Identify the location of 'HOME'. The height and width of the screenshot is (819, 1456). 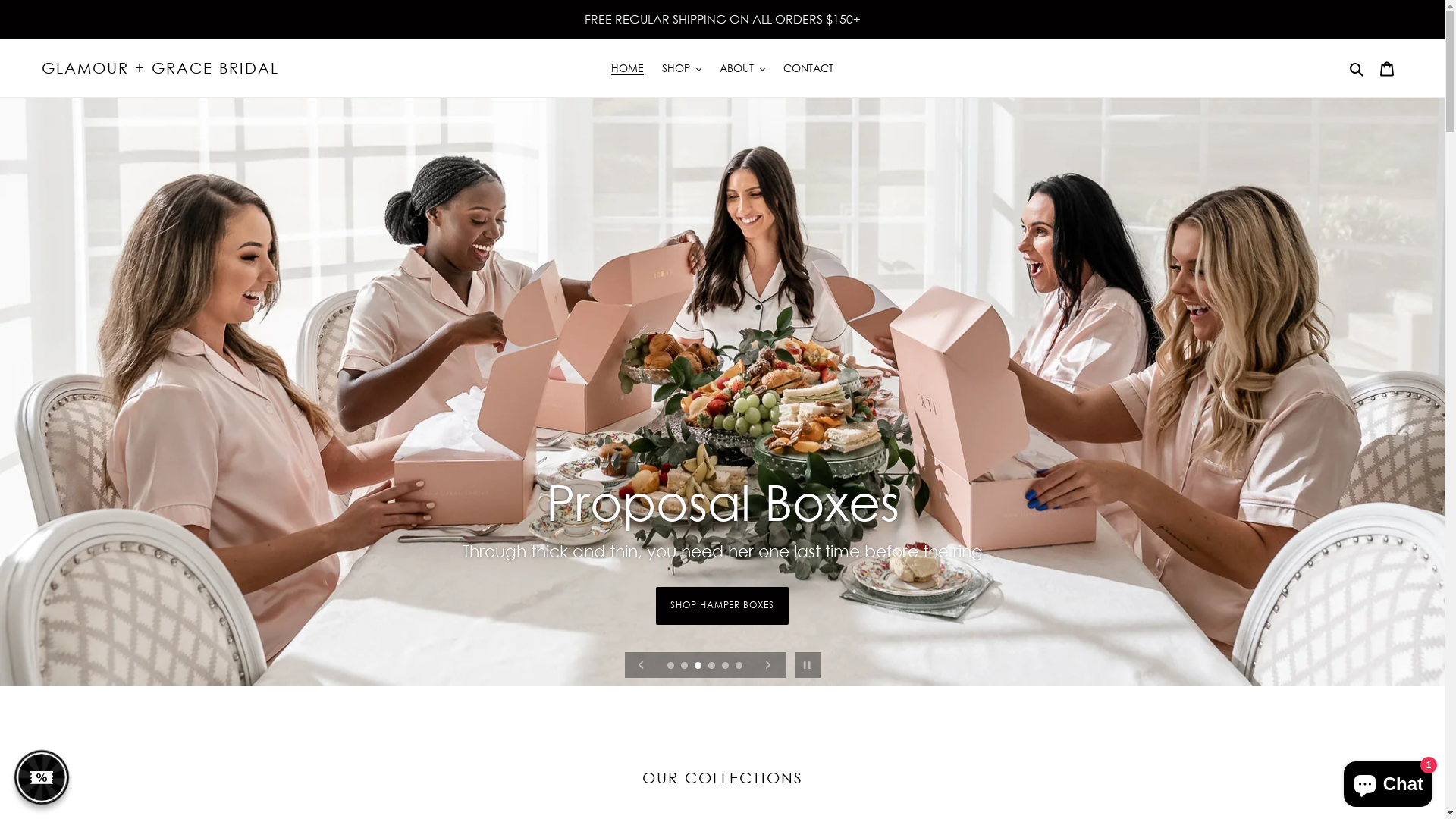
(627, 67).